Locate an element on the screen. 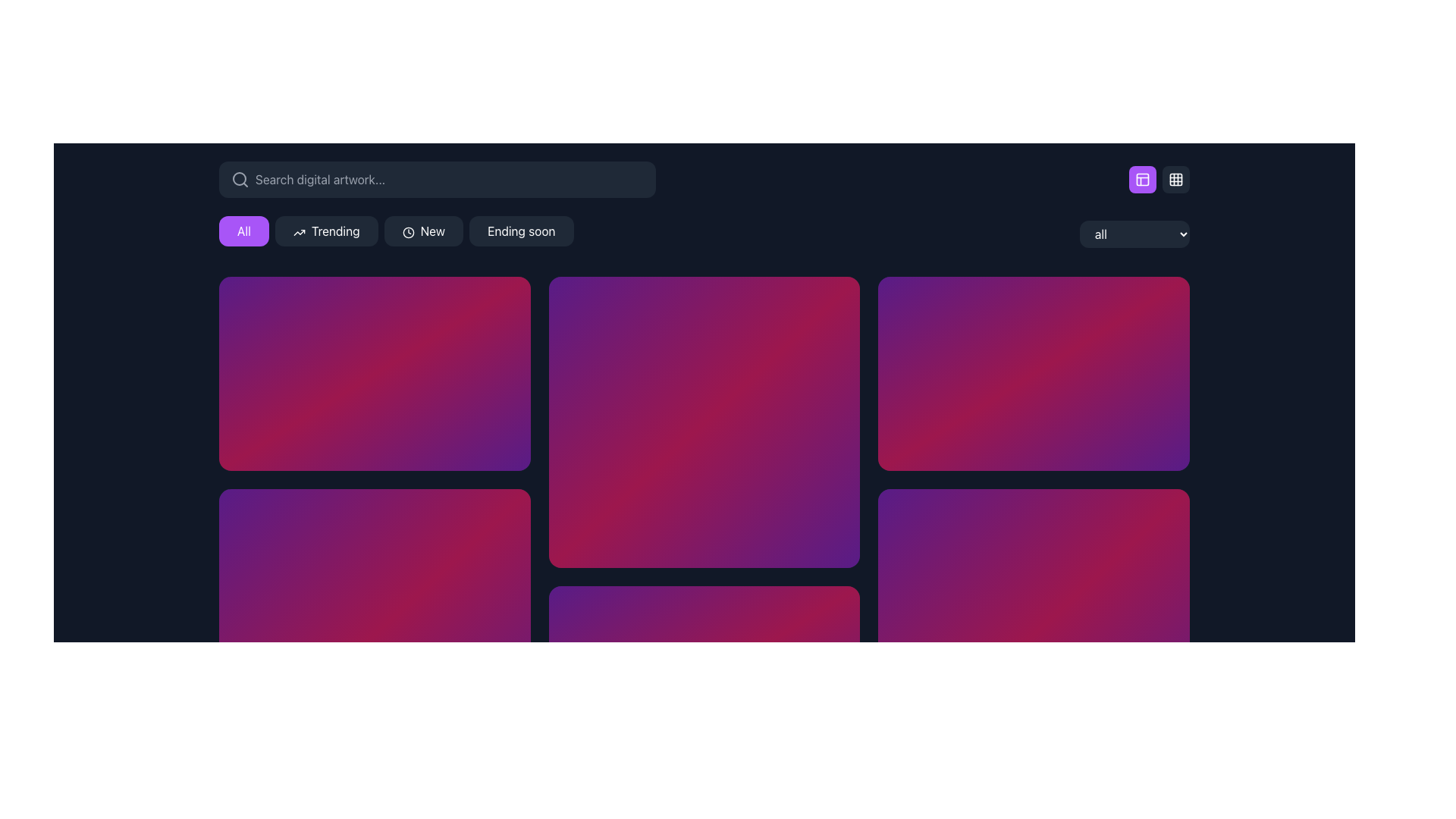 Image resolution: width=1456 pixels, height=819 pixels. the third display card in the third column of the grid layout that contains information about digital artwork is located at coordinates (1033, 374).